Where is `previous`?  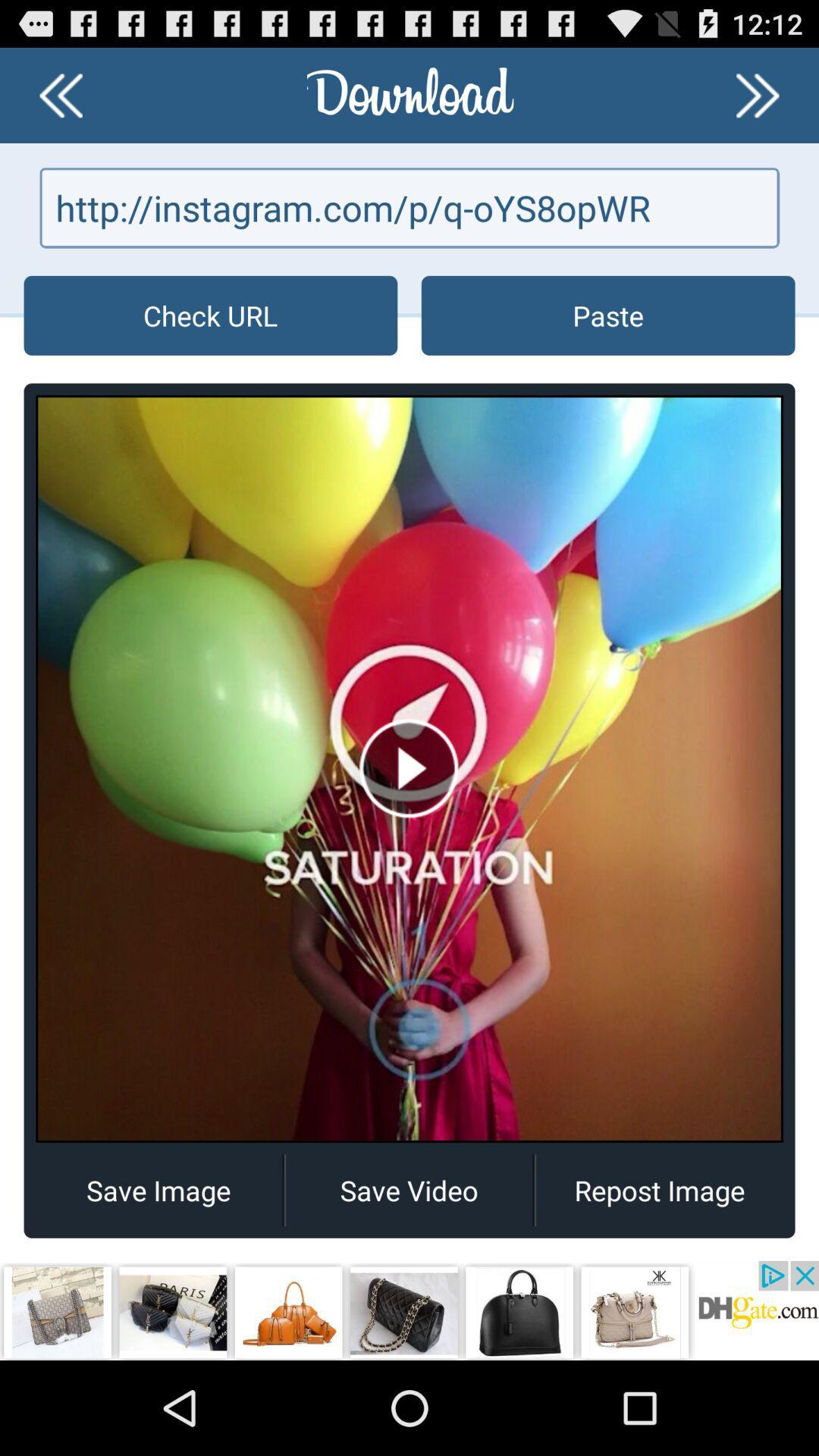 previous is located at coordinates (60, 94).